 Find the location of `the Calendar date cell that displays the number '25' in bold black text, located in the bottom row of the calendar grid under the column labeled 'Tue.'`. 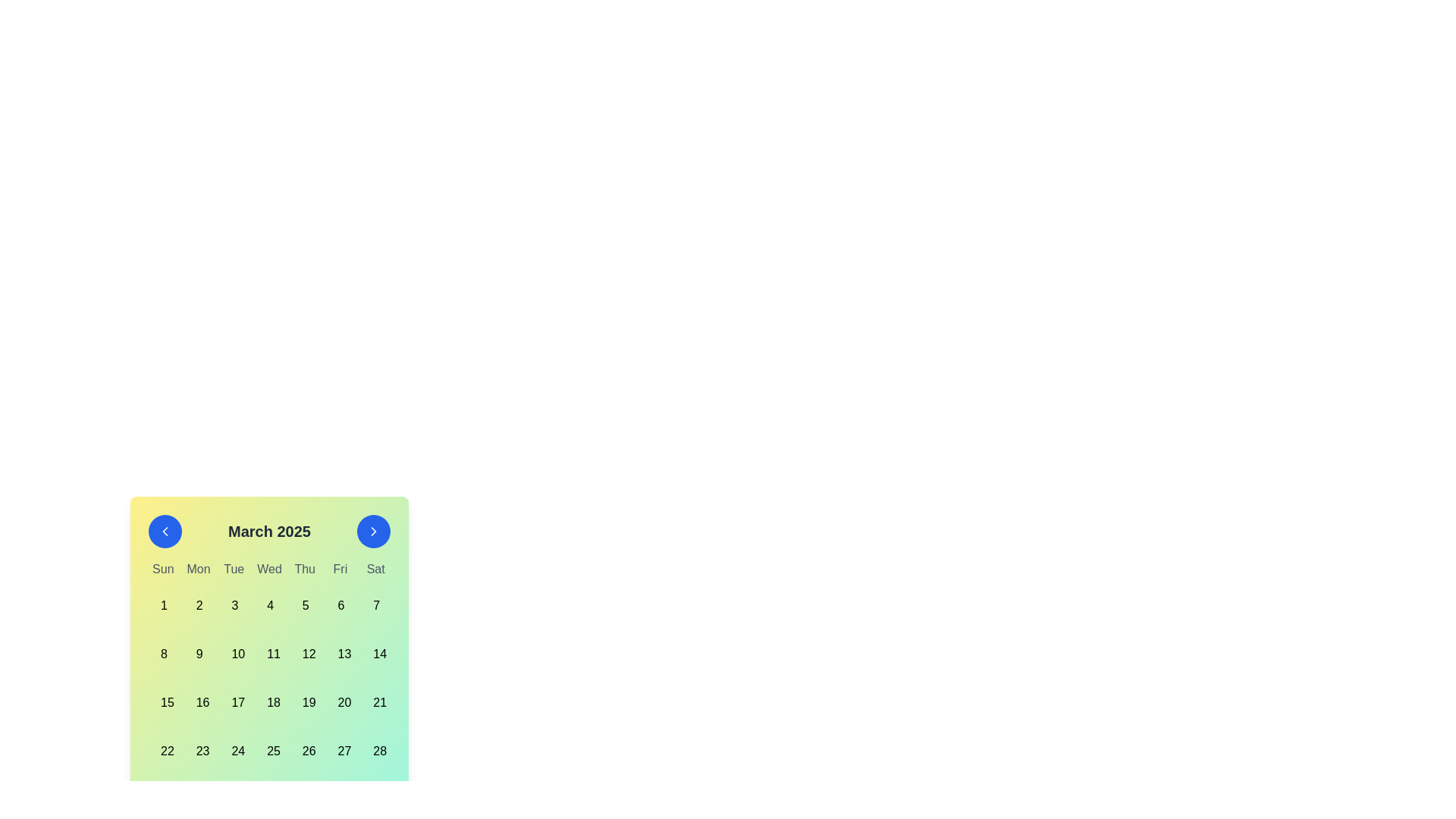

the Calendar date cell that displays the number '25' in bold black text, located in the bottom row of the calendar grid under the column labeled 'Tue.' is located at coordinates (269, 752).